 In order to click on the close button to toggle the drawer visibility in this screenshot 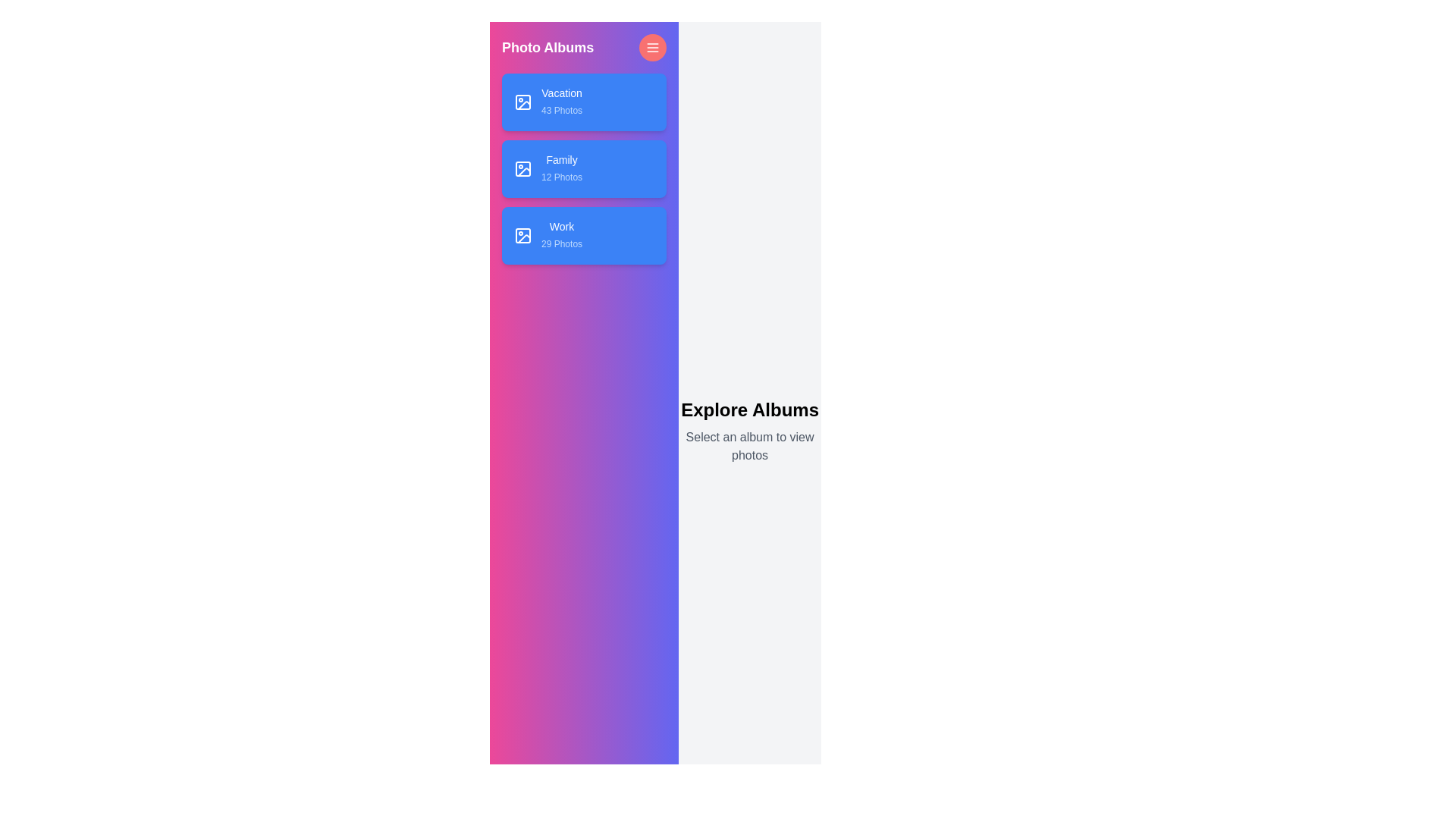, I will do `click(652, 46)`.